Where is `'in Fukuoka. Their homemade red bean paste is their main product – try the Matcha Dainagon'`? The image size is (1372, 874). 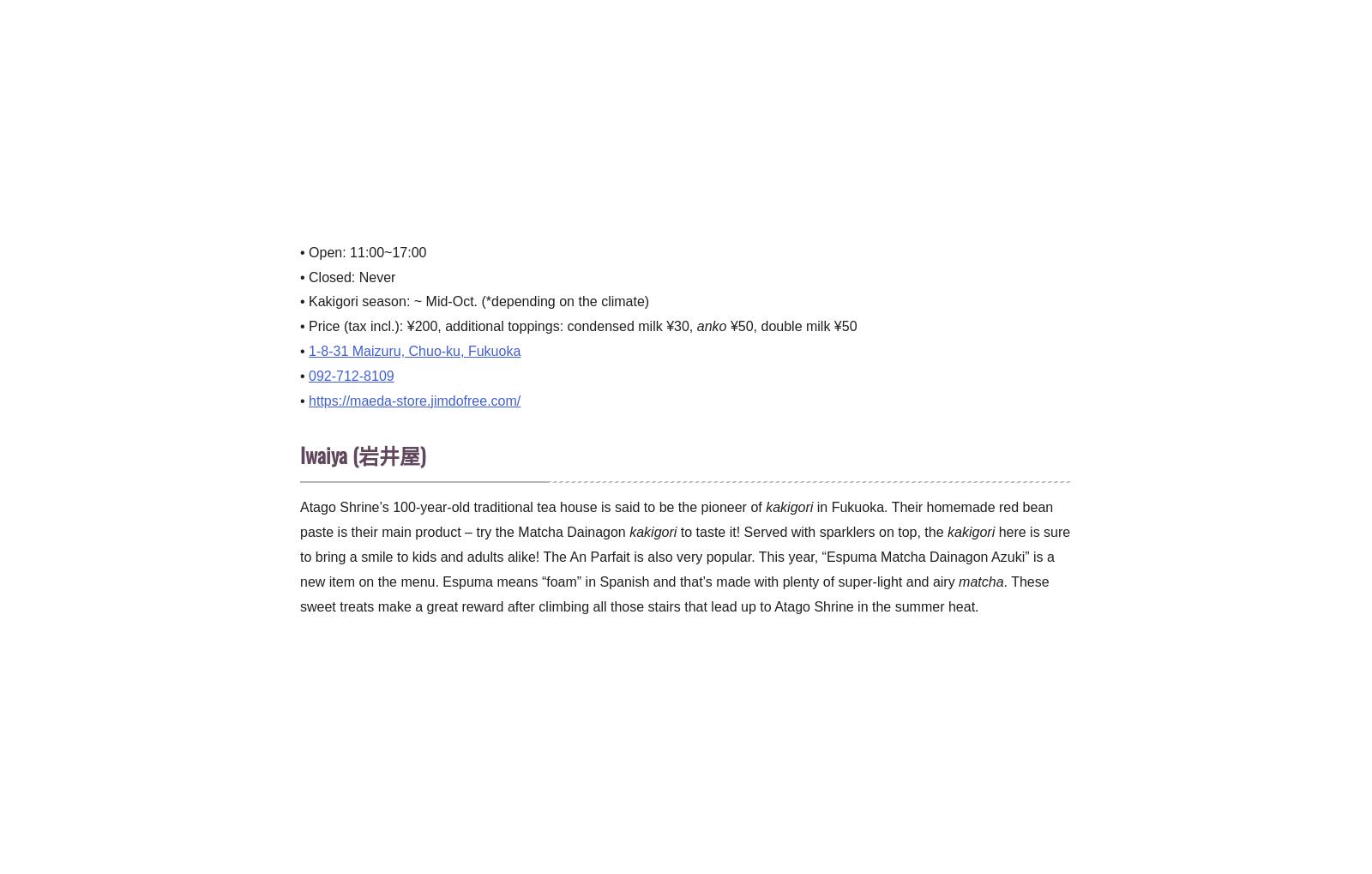
'in Fukuoka. Their homemade red bean paste is their main product – try the Matcha Dainagon' is located at coordinates (676, 519).